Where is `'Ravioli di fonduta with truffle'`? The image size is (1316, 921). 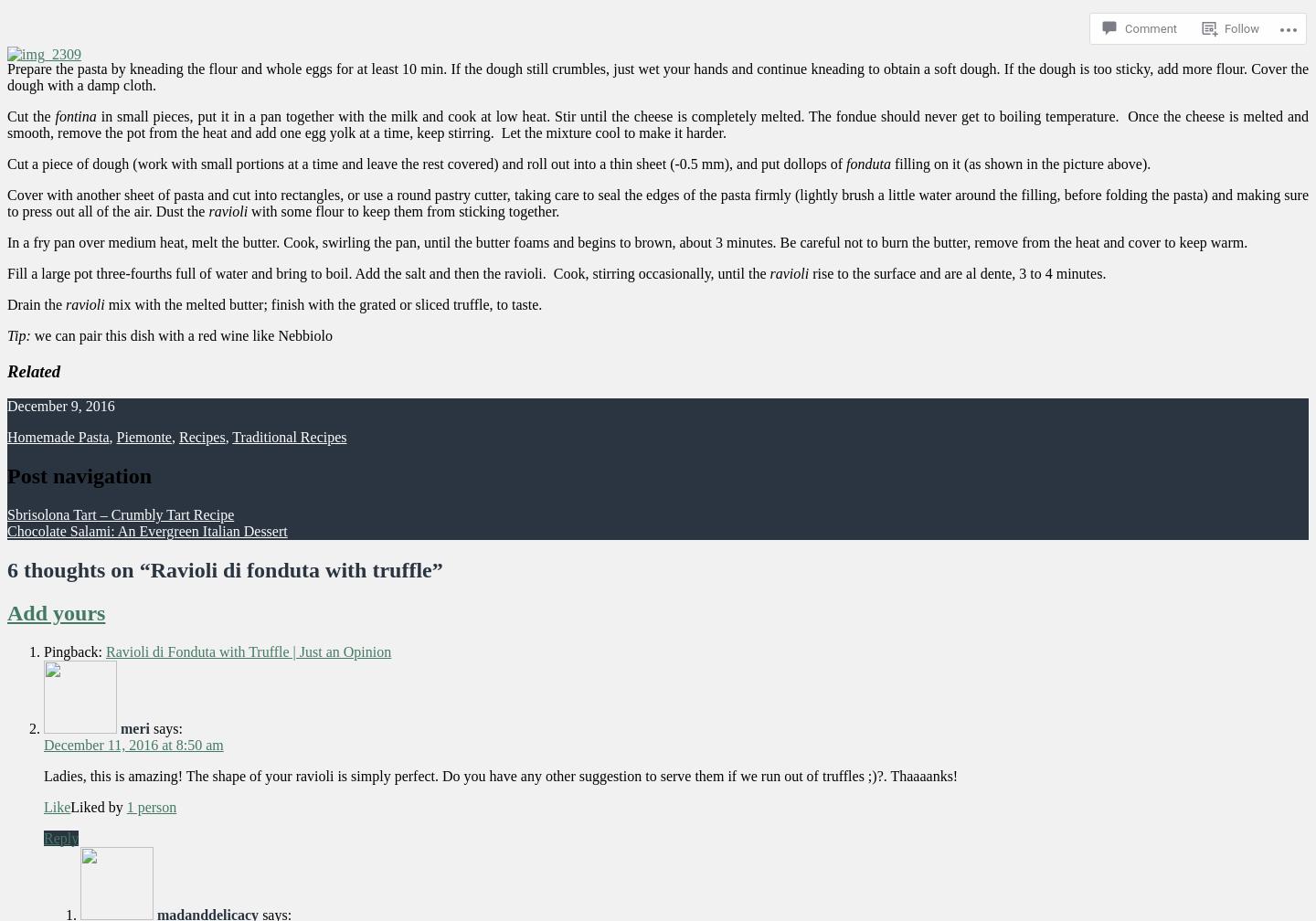
'Ravioli di fonduta with truffle' is located at coordinates (290, 569).